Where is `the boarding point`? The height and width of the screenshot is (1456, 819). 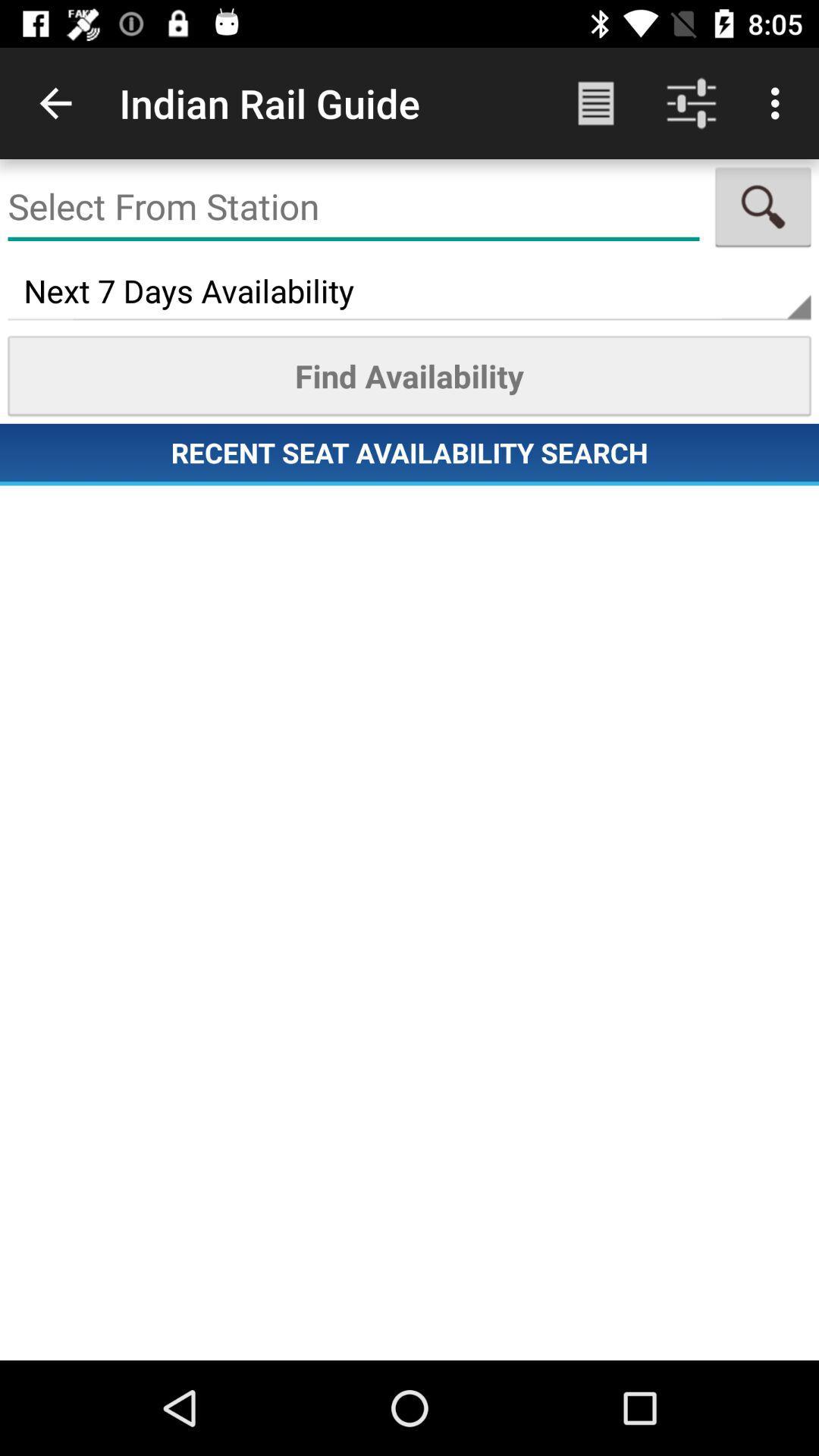 the boarding point is located at coordinates (353, 206).